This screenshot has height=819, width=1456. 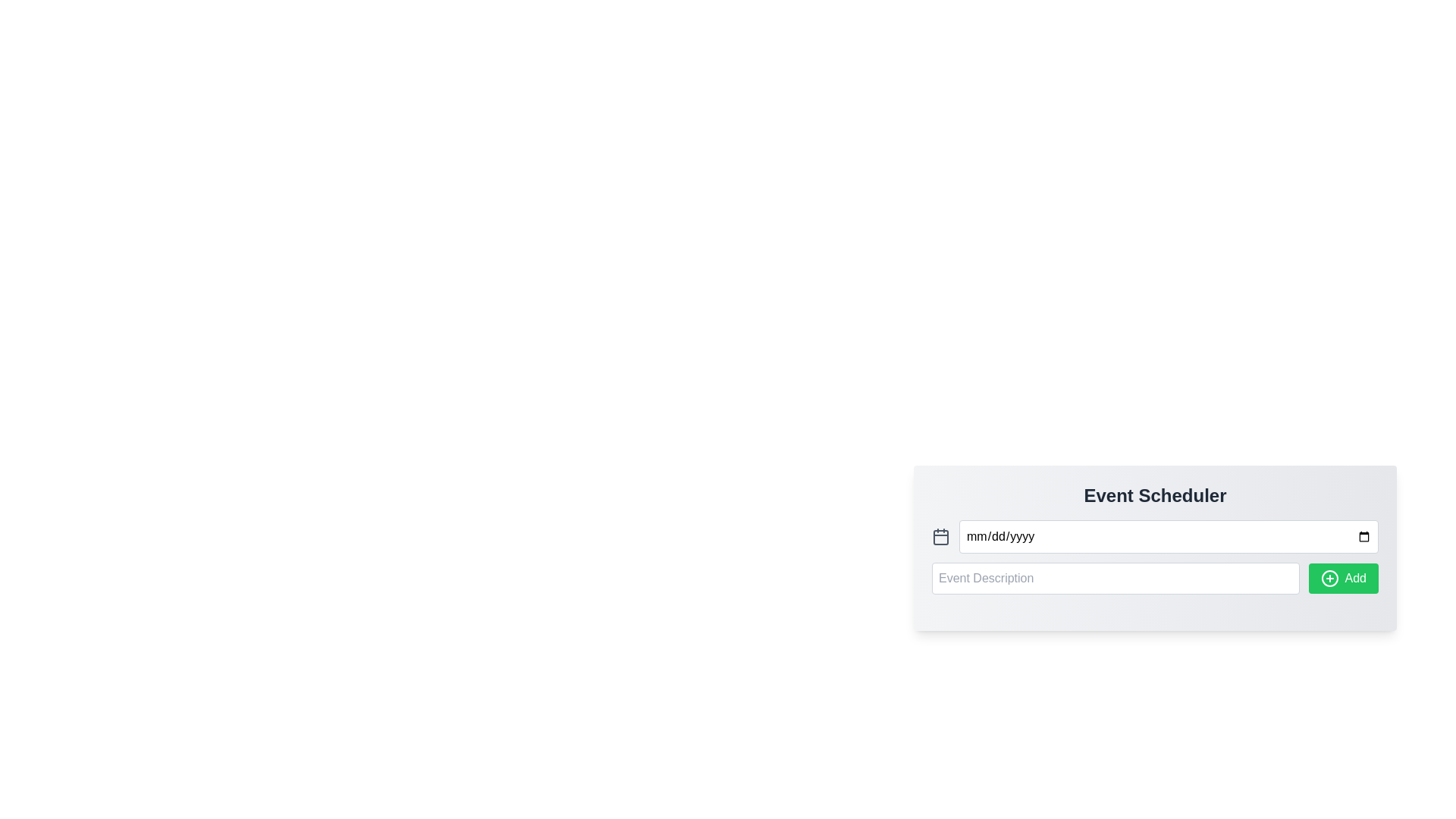 I want to click on the green button containing the SVG circle icon, which visually suggests the function of adding or submitting information in the event scheduler, so click(x=1329, y=579).